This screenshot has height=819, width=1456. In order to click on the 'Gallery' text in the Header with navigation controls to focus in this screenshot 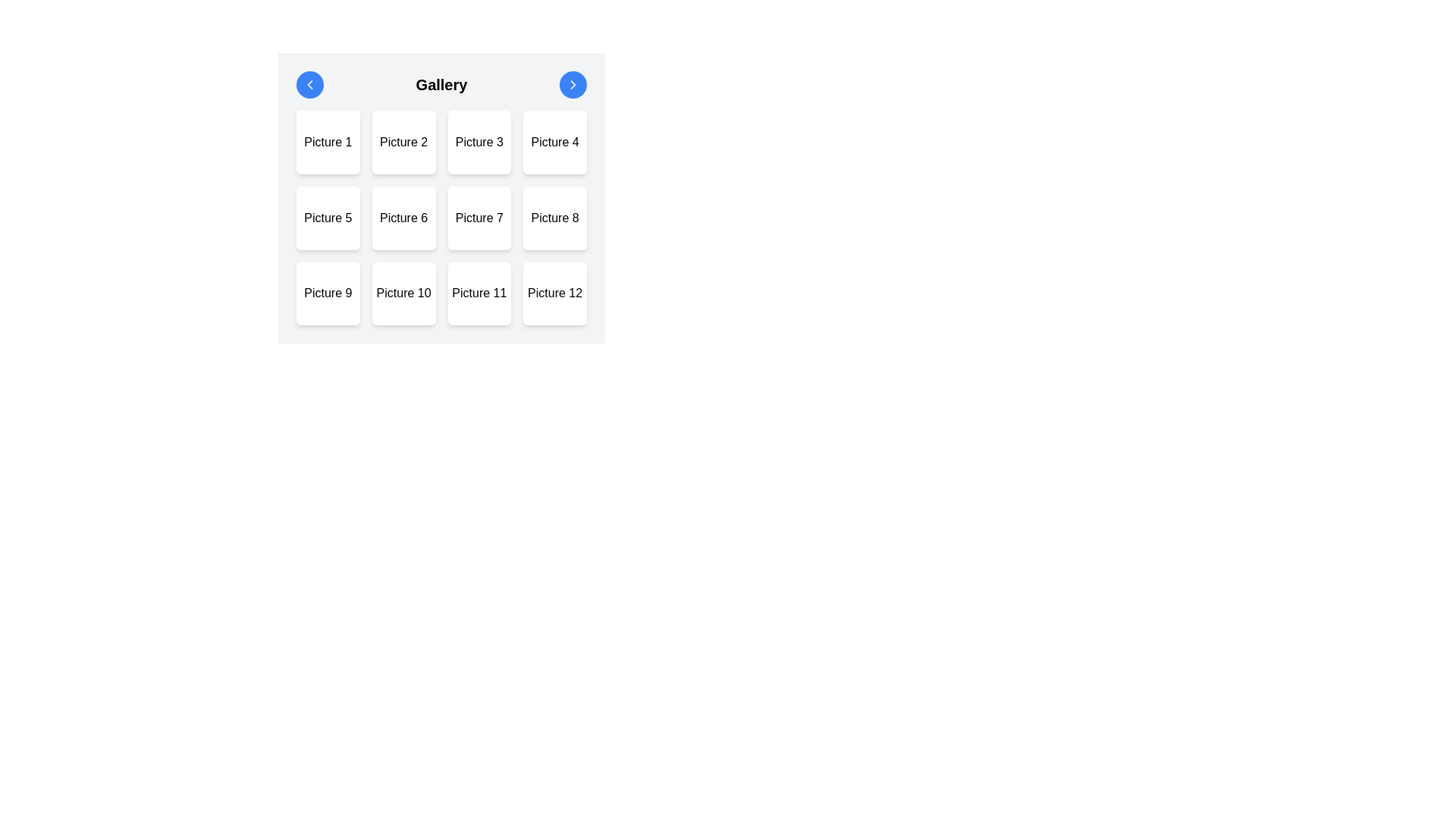, I will do `click(441, 84)`.